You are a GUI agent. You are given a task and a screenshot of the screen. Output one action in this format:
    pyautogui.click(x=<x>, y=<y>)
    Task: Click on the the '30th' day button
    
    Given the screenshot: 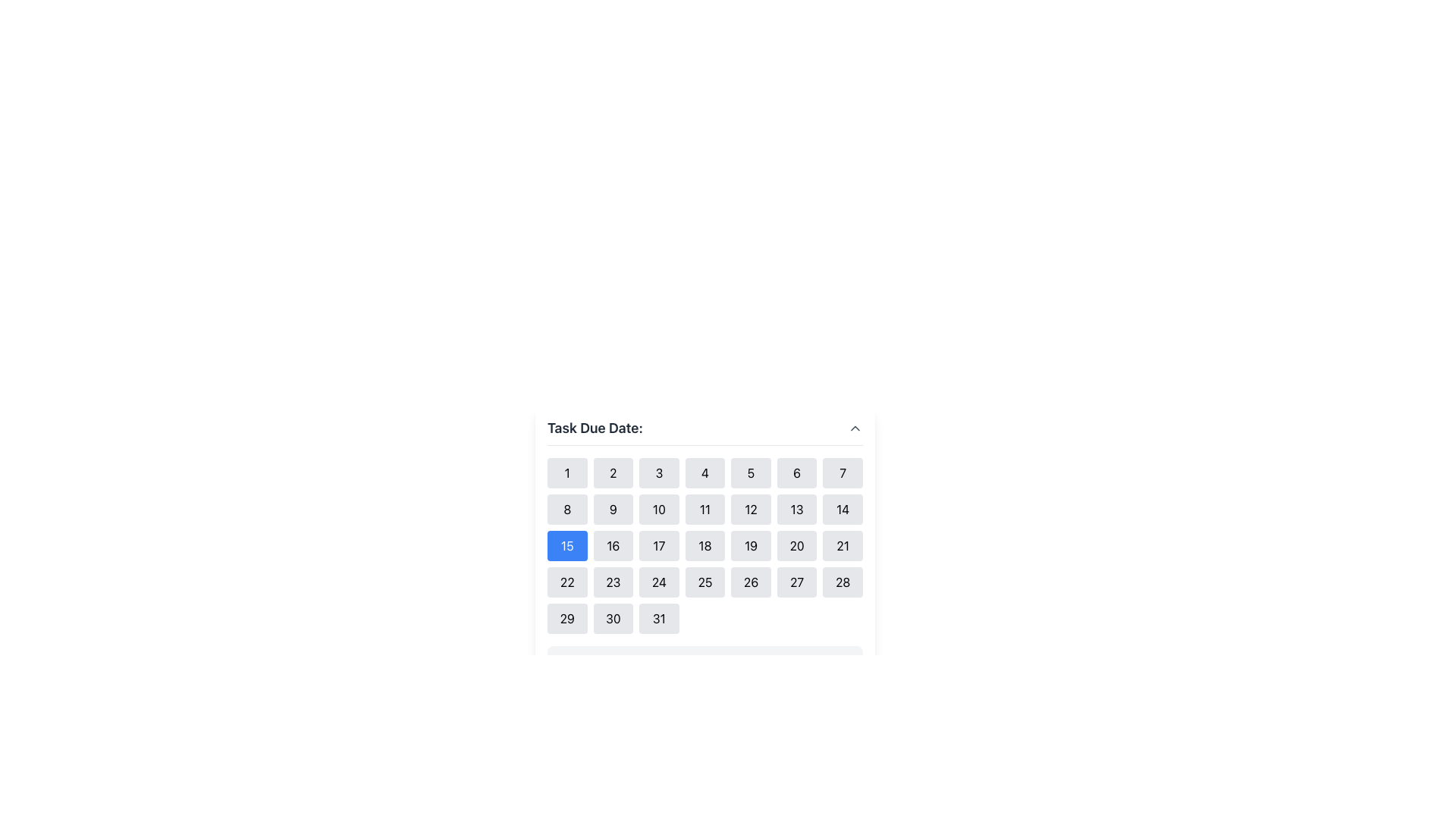 What is the action you would take?
    pyautogui.click(x=613, y=619)
    